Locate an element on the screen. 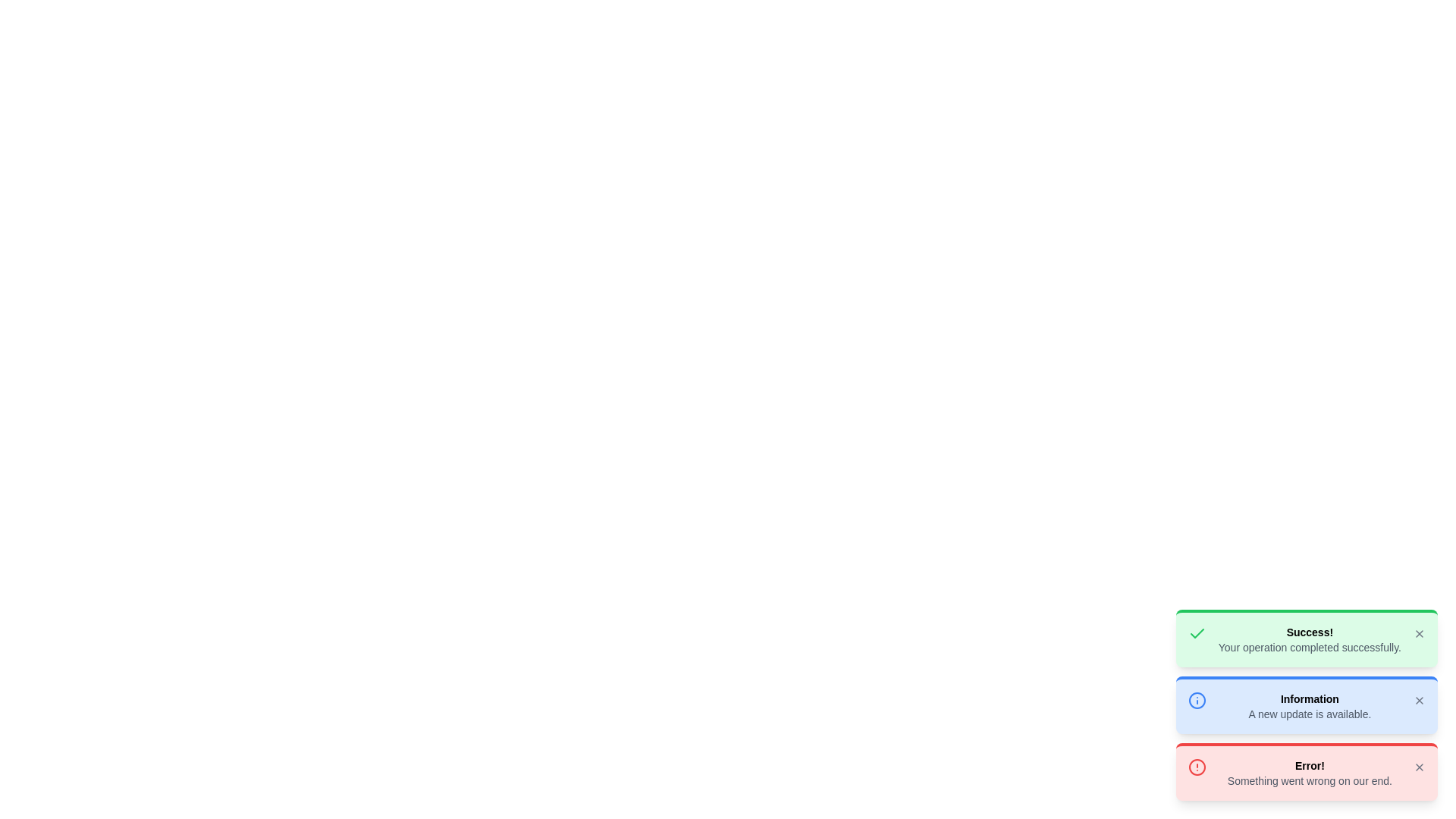 Image resolution: width=1456 pixels, height=819 pixels. the close button located at the top-right corner of the blue notification card that contains the text 'Information A new update is available.' is located at coordinates (1419, 701).